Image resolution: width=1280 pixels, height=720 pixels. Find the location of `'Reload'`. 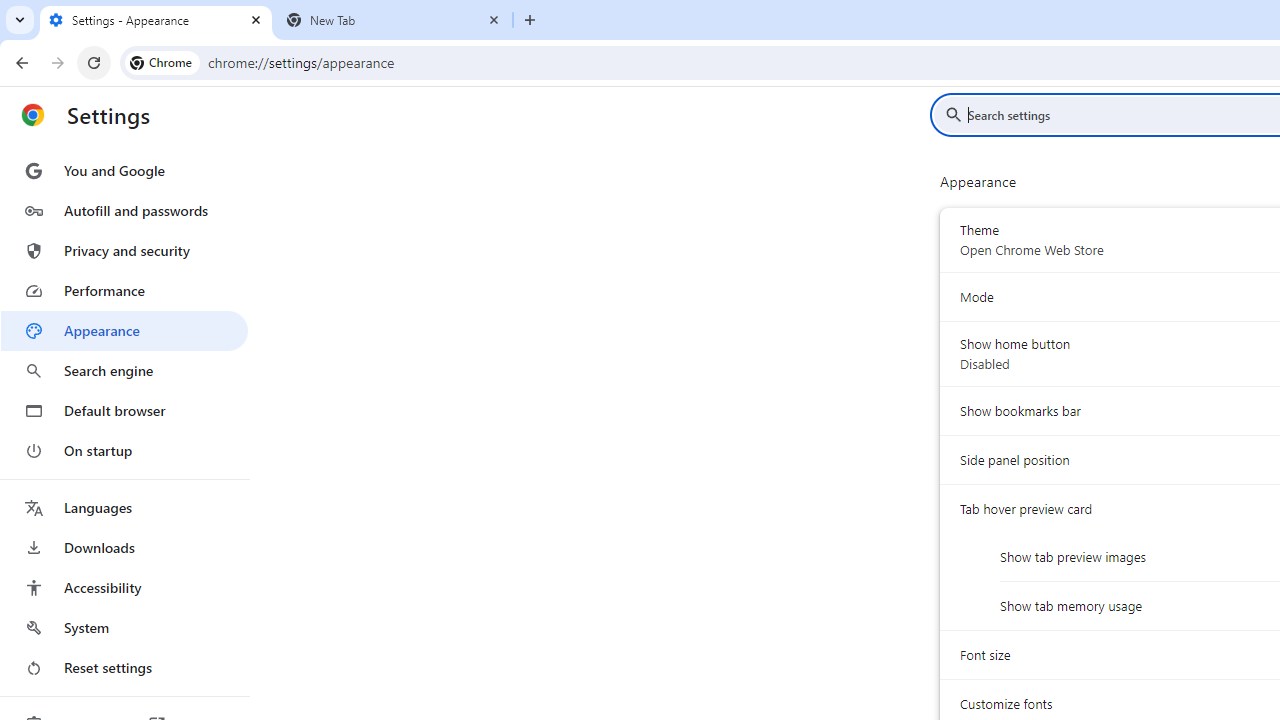

'Reload' is located at coordinates (93, 61).